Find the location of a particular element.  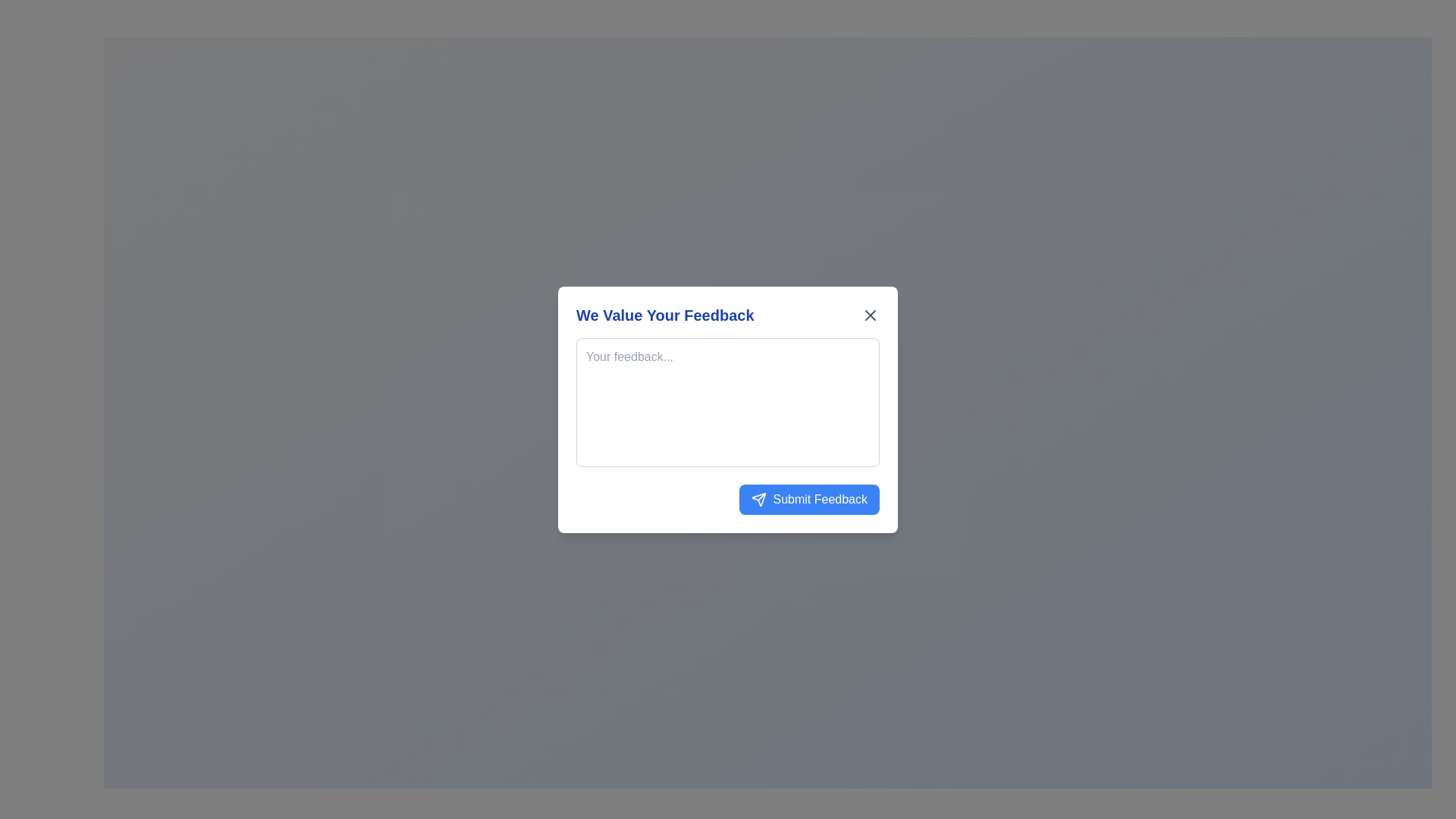

the 'Close' button represented by an 'X' icon in the top-right corner of the modal dialog is located at coordinates (870, 314).